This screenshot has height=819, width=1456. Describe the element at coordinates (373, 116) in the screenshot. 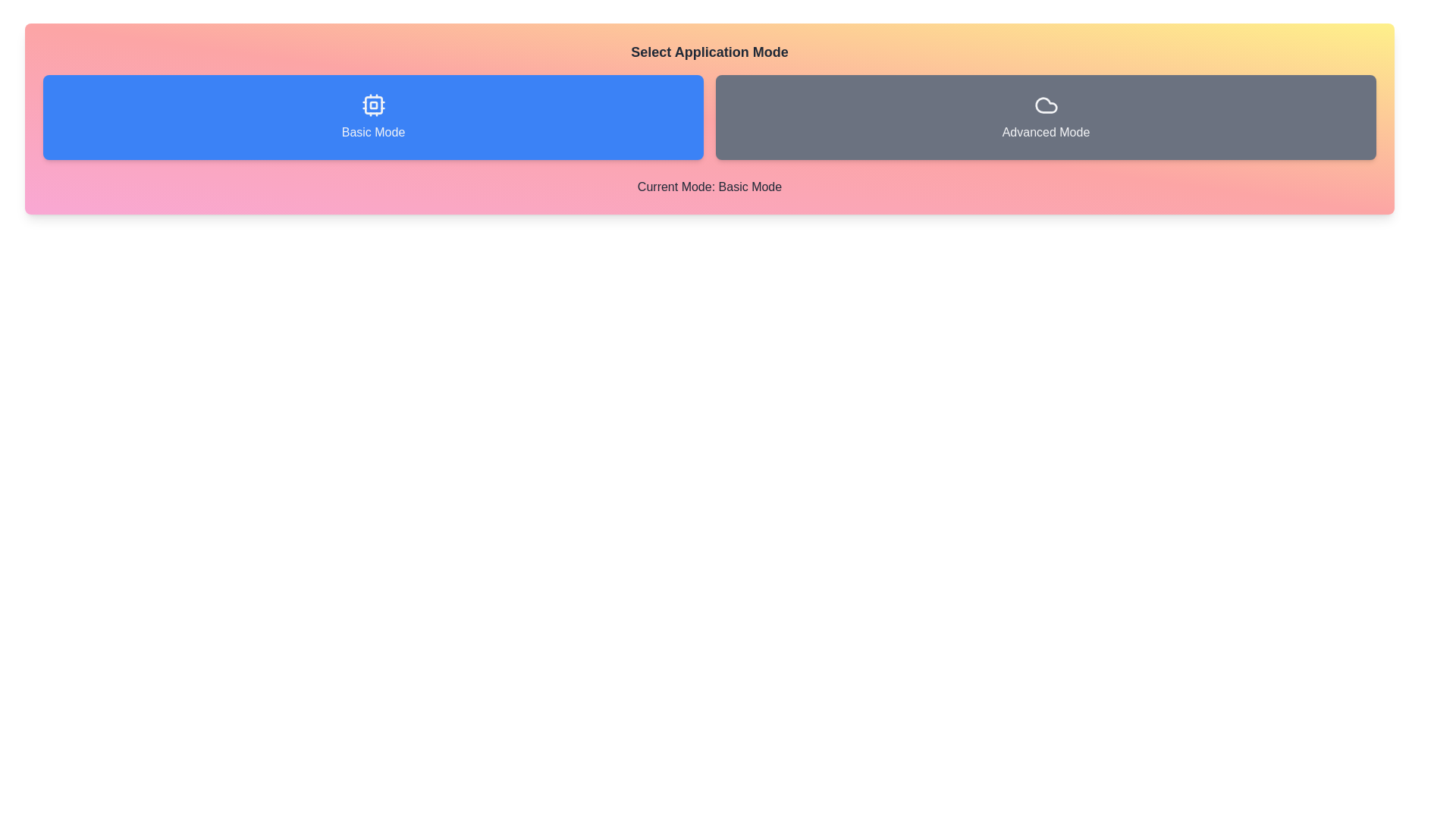

I see `the button corresponding to Basic Mode mode` at that location.